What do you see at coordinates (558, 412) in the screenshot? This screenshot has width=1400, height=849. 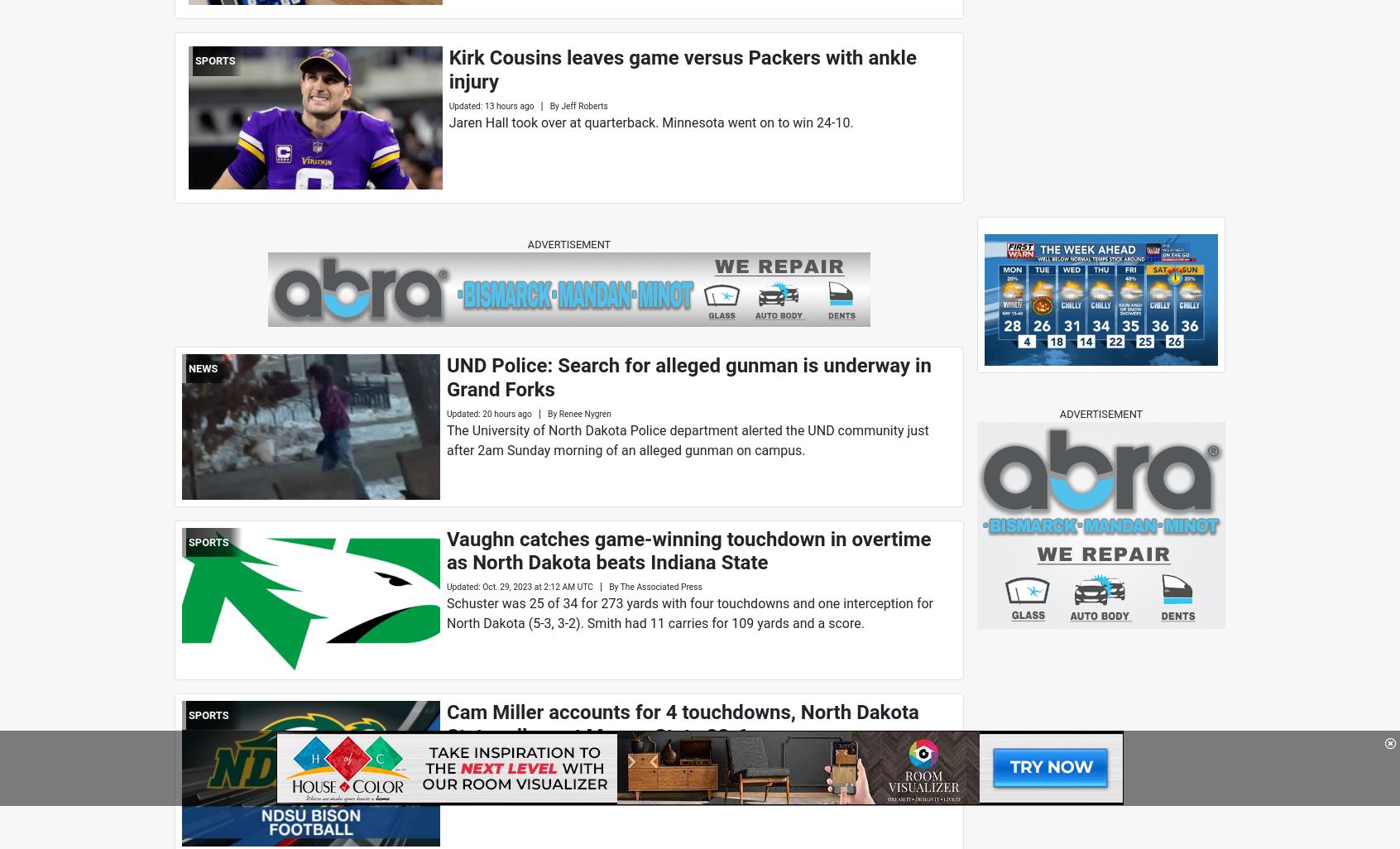 I see `'Renee Nygren'` at bounding box center [558, 412].